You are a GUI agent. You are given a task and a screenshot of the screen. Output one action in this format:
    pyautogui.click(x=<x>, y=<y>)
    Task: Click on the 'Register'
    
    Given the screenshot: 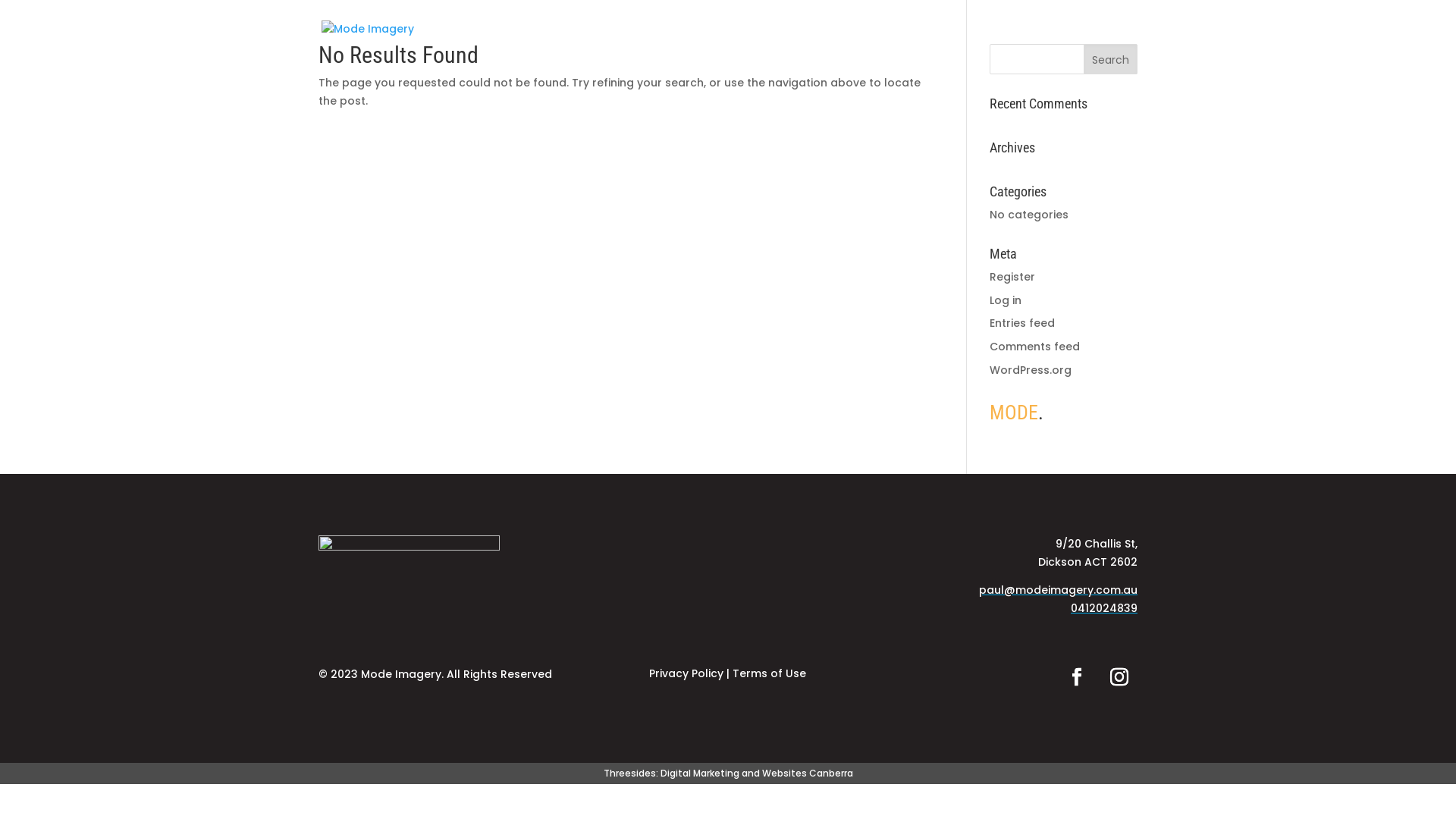 What is the action you would take?
    pyautogui.click(x=1012, y=277)
    